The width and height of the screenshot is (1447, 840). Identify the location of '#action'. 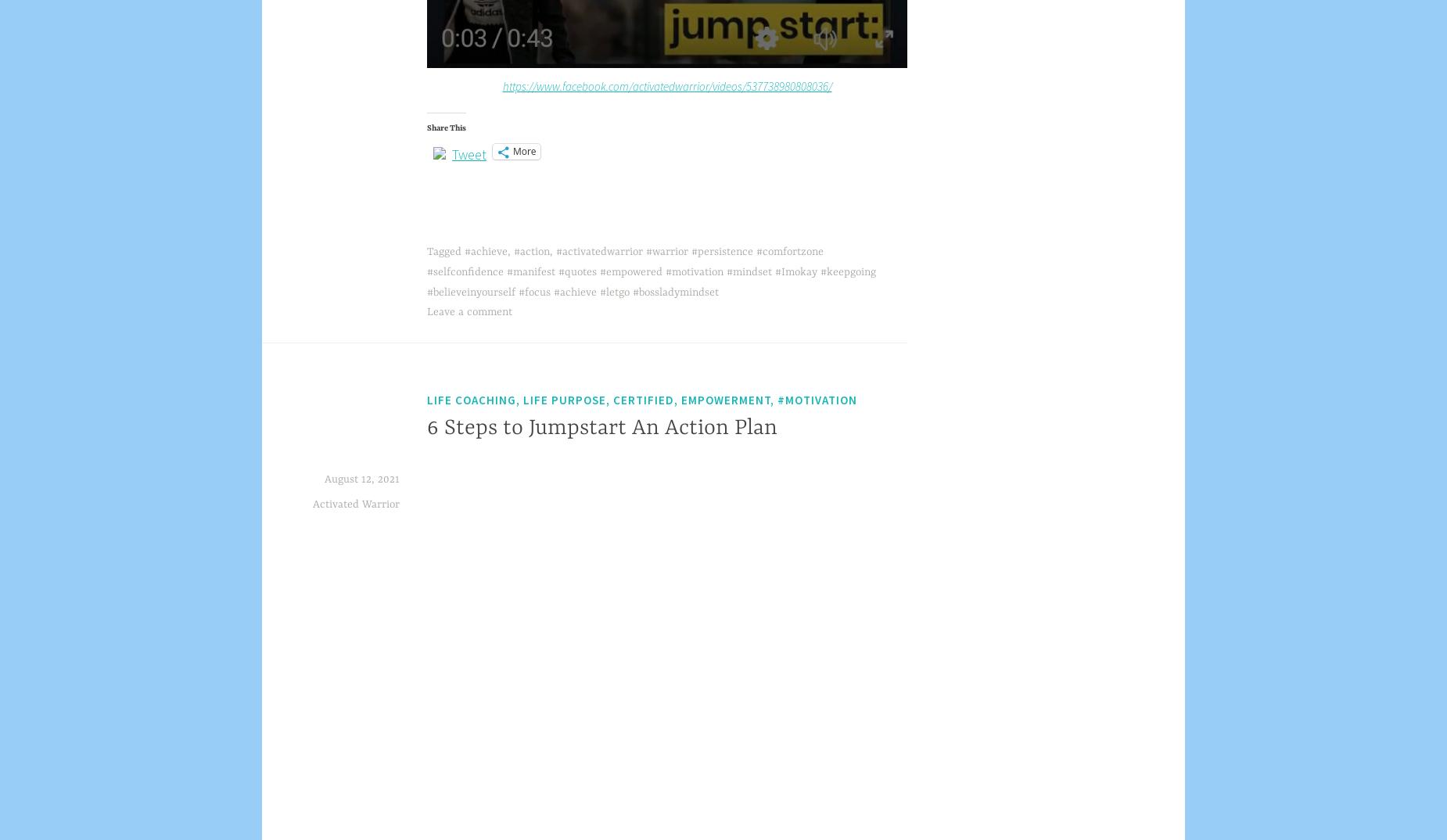
(532, 251).